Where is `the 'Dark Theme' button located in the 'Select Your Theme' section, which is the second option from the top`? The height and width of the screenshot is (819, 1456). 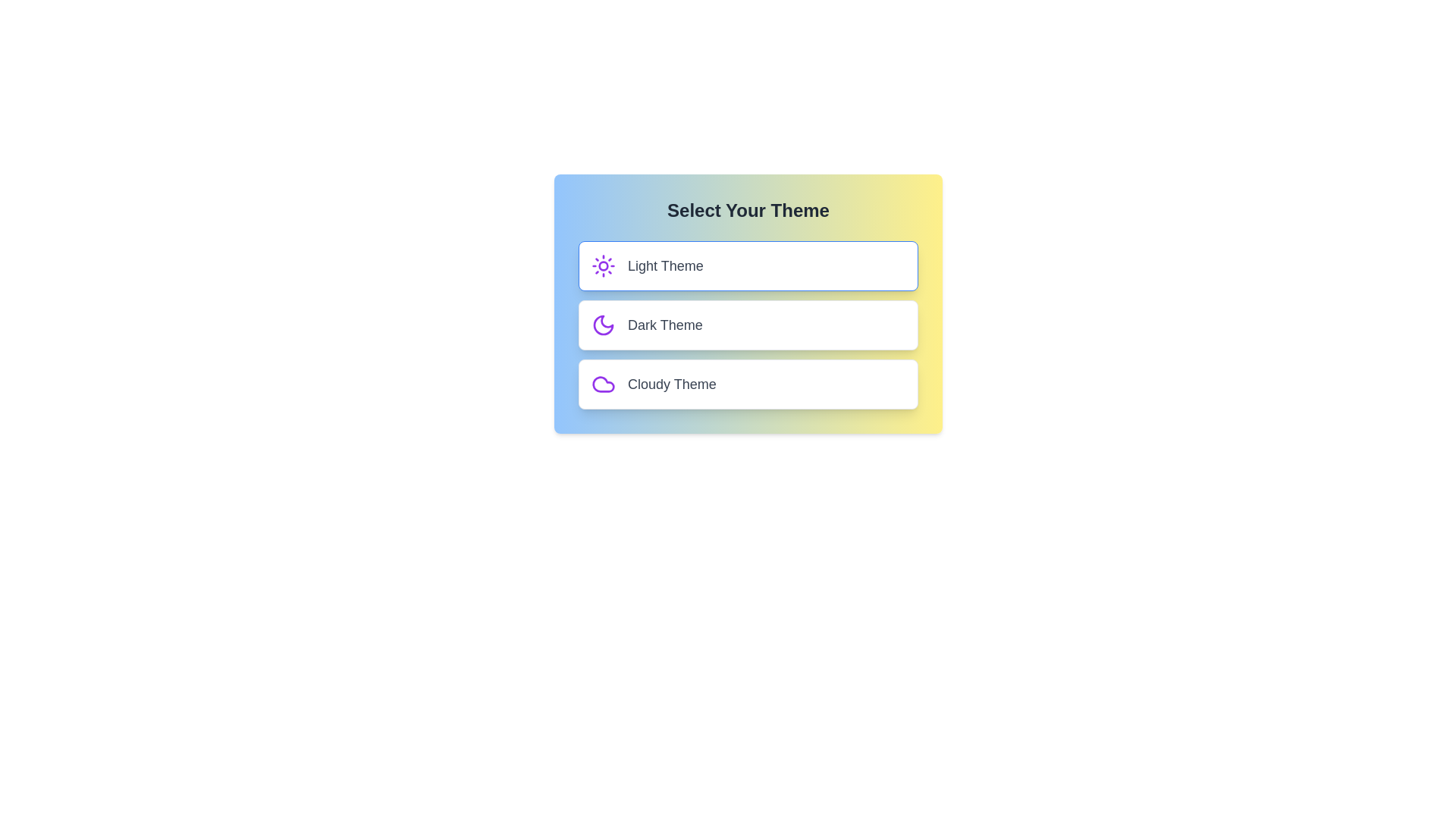
the 'Dark Theme' button located in the 'Select Your Theme' section, which is the second option from the top is located at coordinates (748, 324).